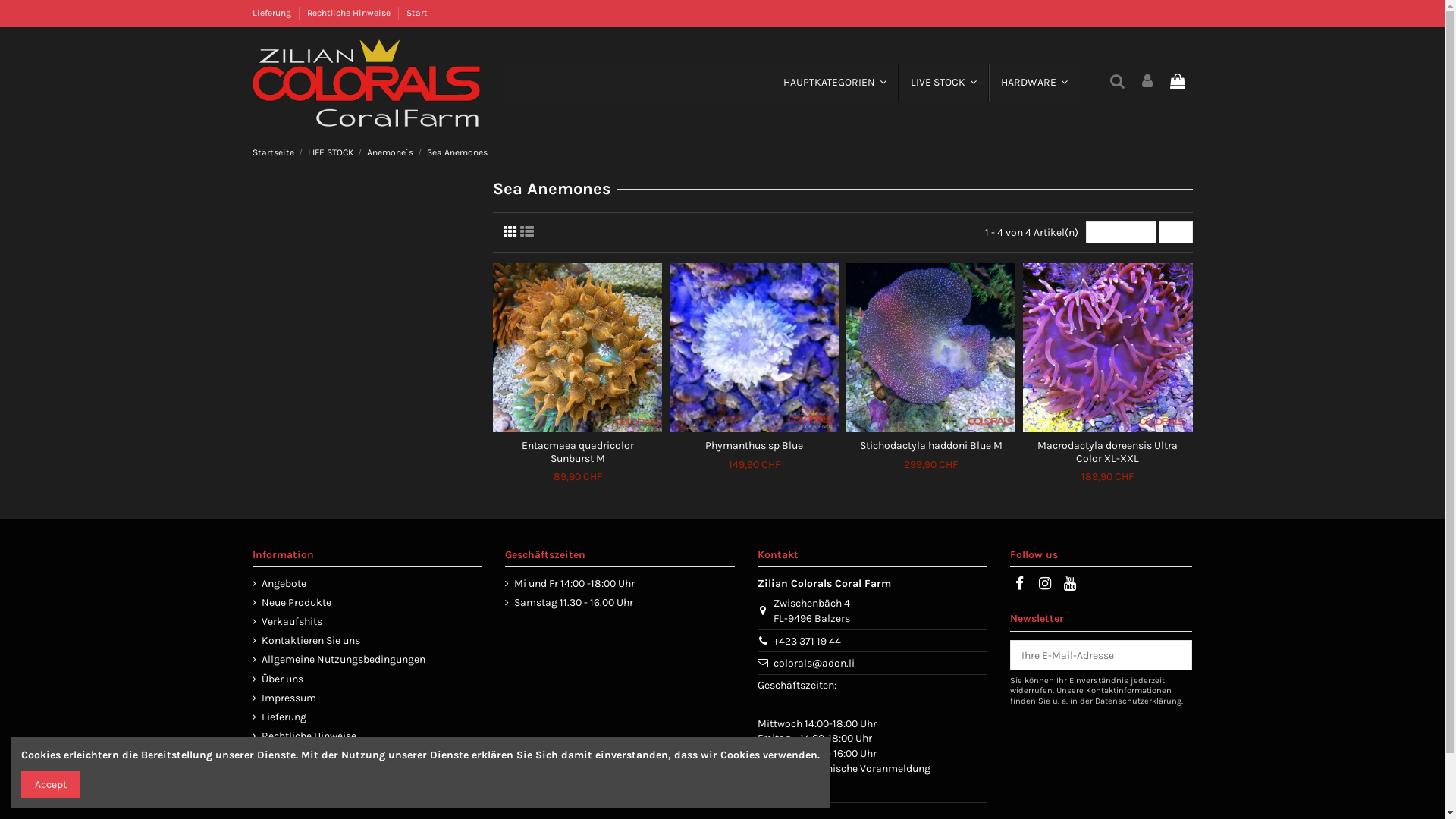 The height and width of the screenshot is (819, 1456). What do you see at coordinates (569, 583) in the screenshot?
I see `'Mi und Fr 14:00 -18:00 Uhr'` at bounding box center [569, 583].